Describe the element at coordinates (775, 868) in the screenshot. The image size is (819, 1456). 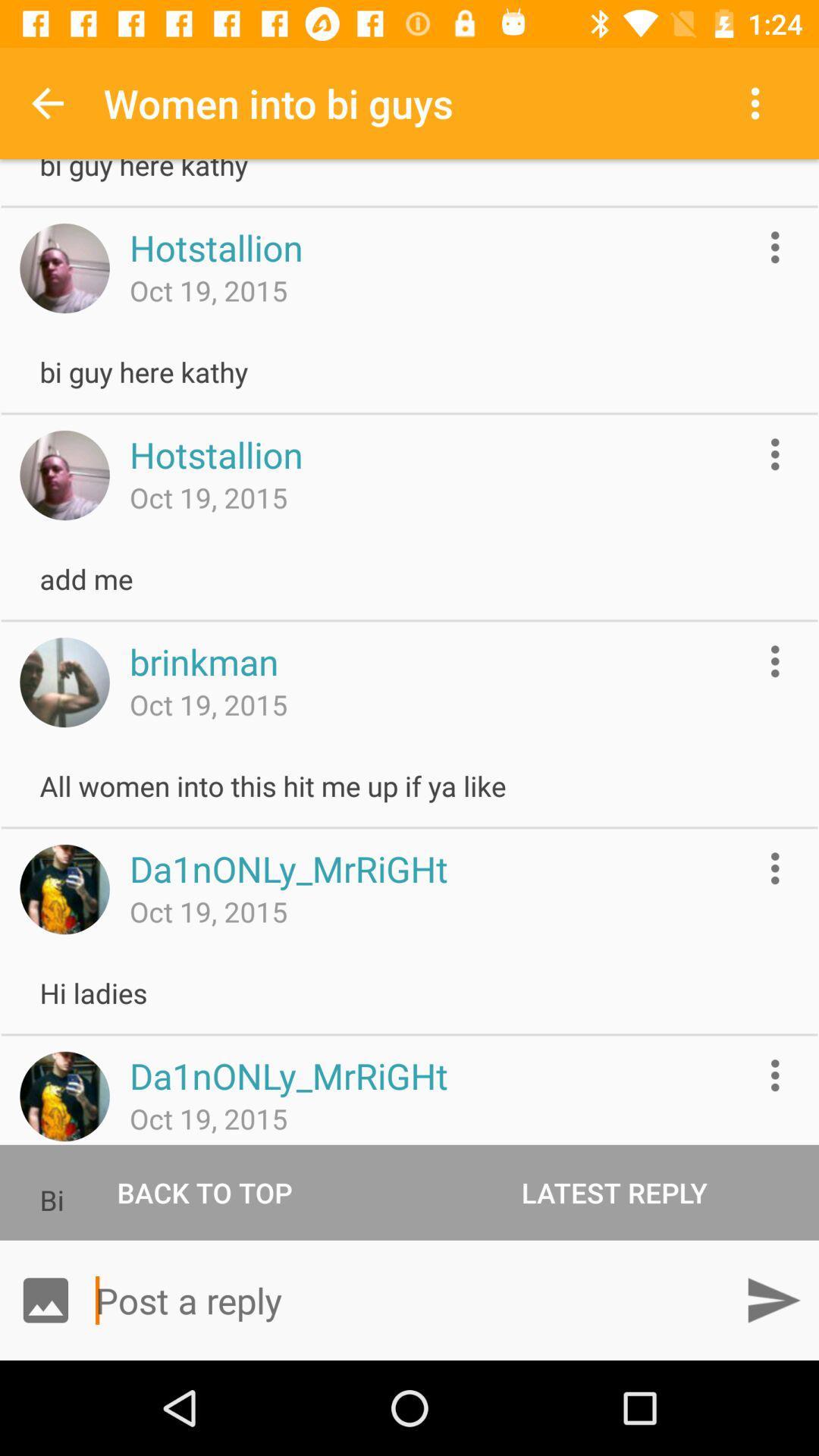
I see `show details` at that location.